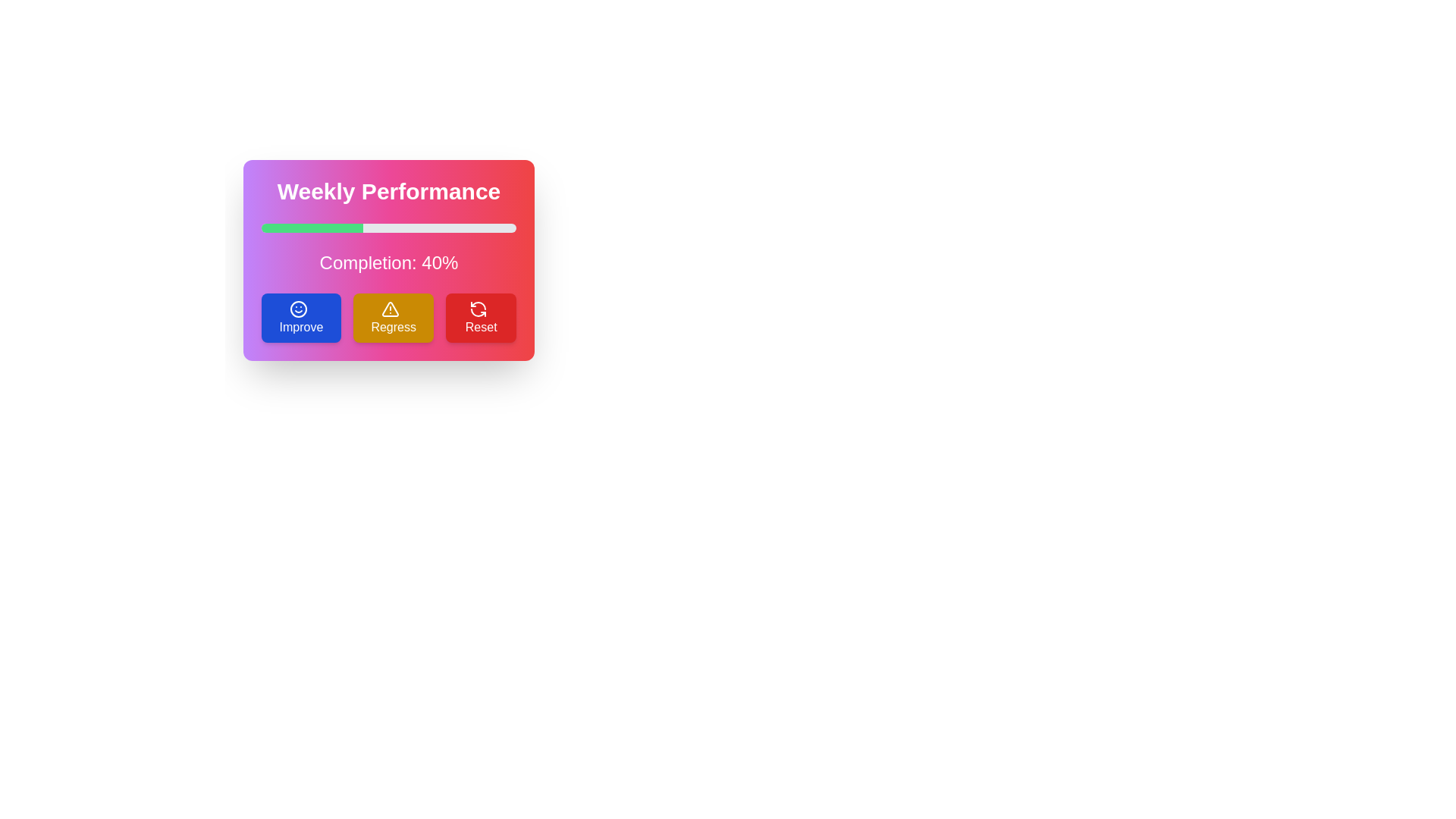  I want to click on the green progress bar that represents the progress indicator, located below the 'Weekly Performance' header and above the 'Completion: 40%' label, so click(312, 227).